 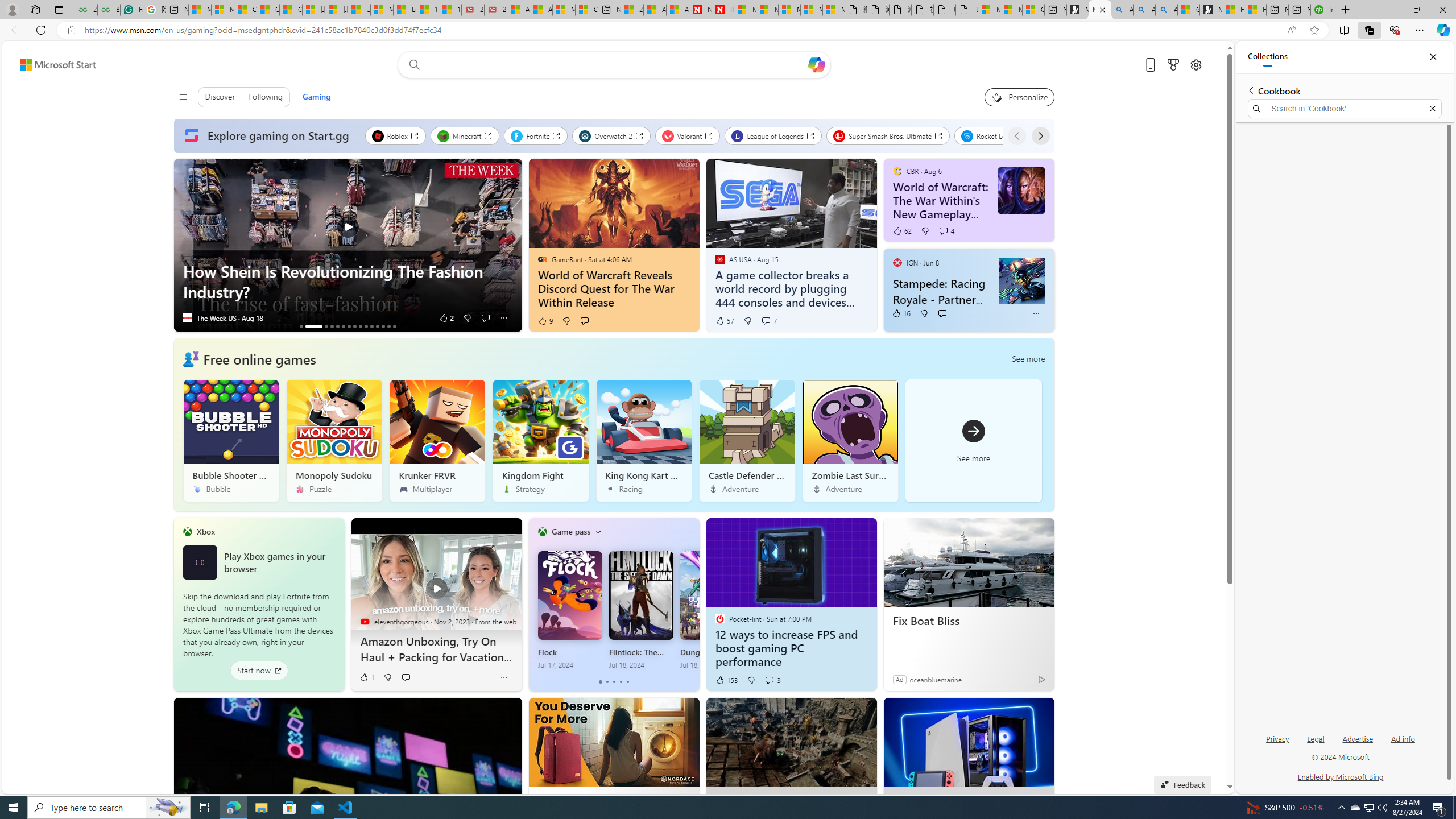 I want to click on '16 Like', so click(x=900, y=312).